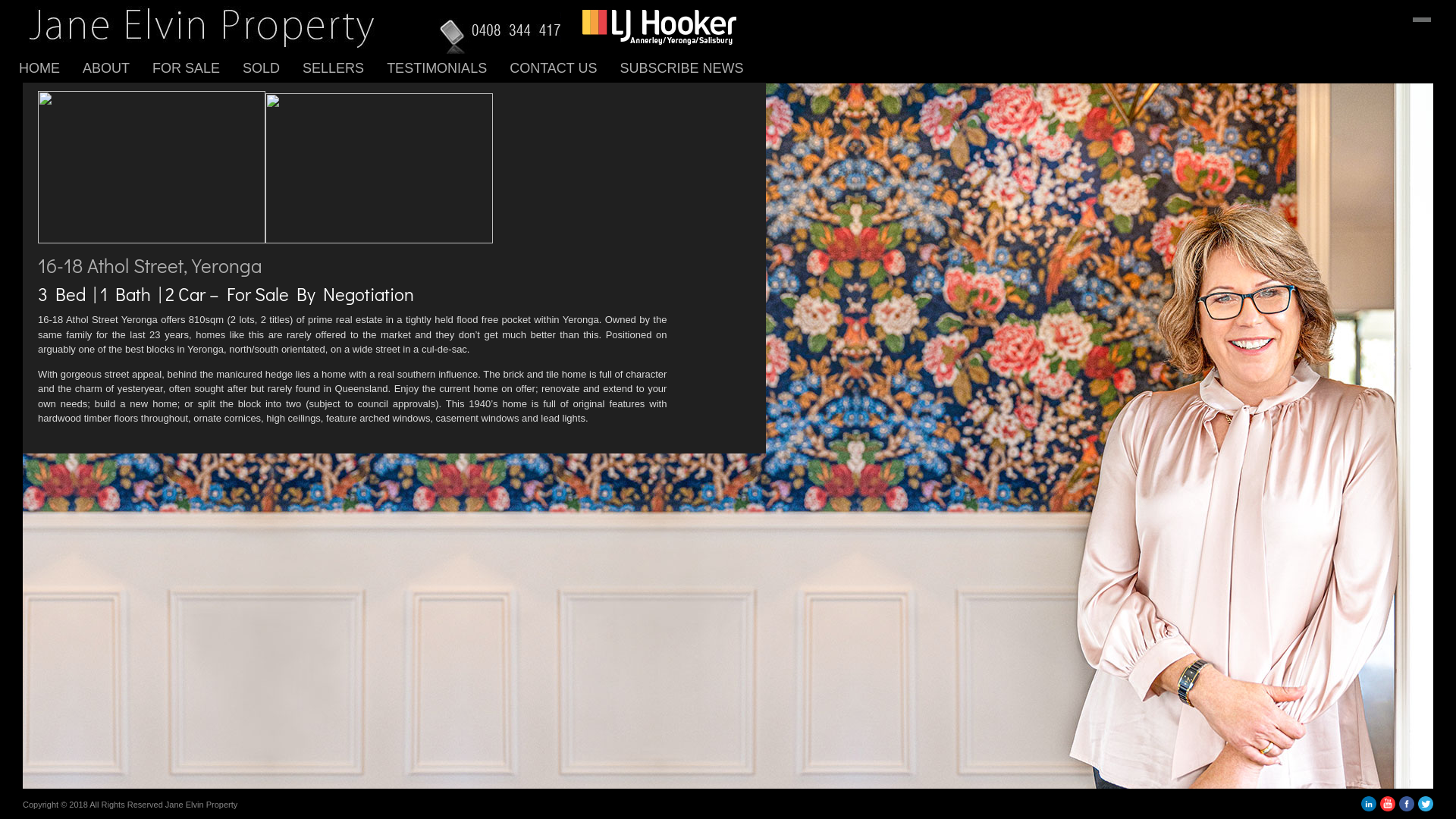 The height and width of the screenshot is (819, 1456). Describe the element at coordinates (37, 263) in the screenshot. I see `'16-18 Athol Street, Yeronga'` at that location.